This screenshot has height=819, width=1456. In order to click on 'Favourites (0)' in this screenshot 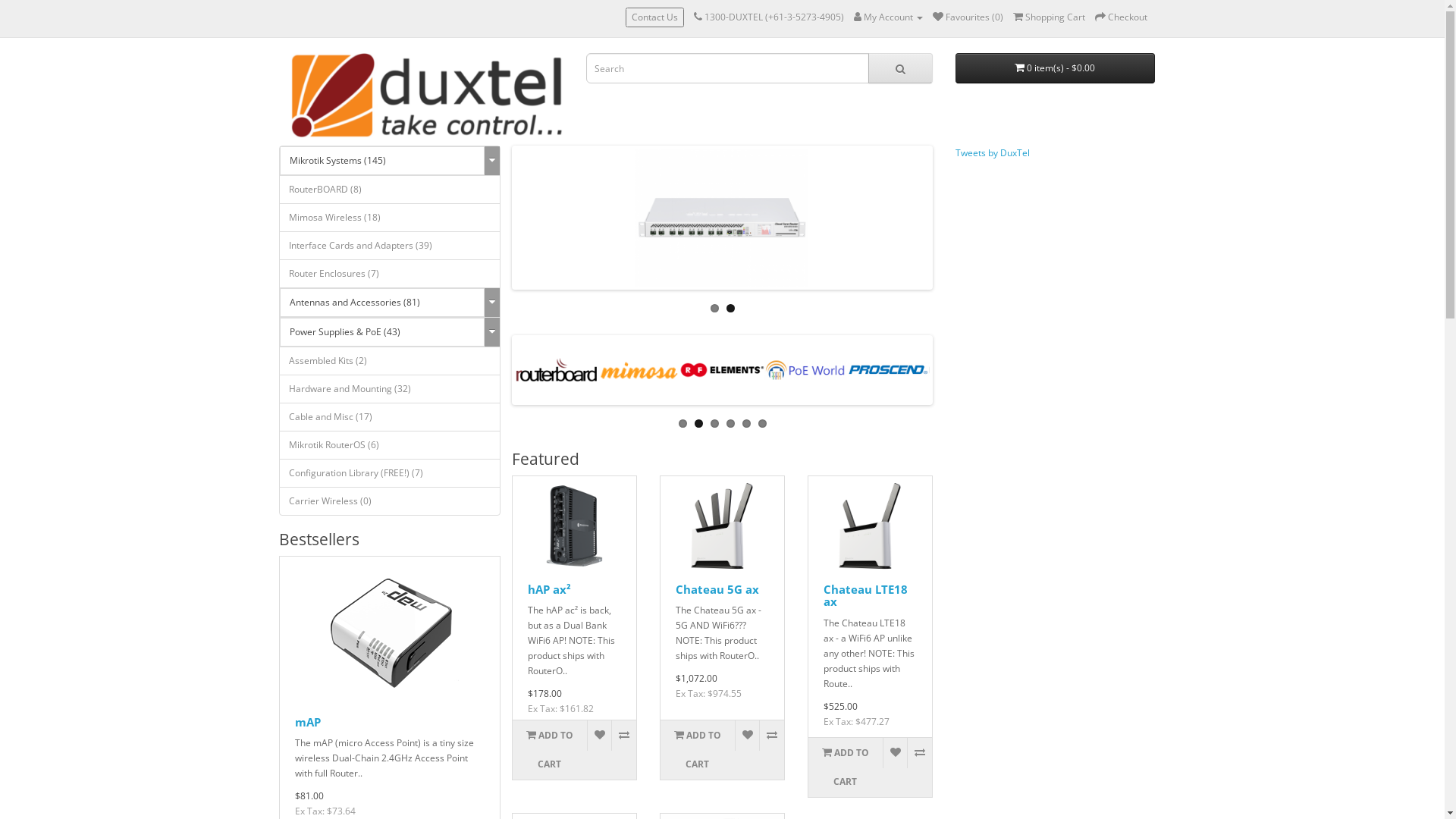, I will do `click(967, 17)`.